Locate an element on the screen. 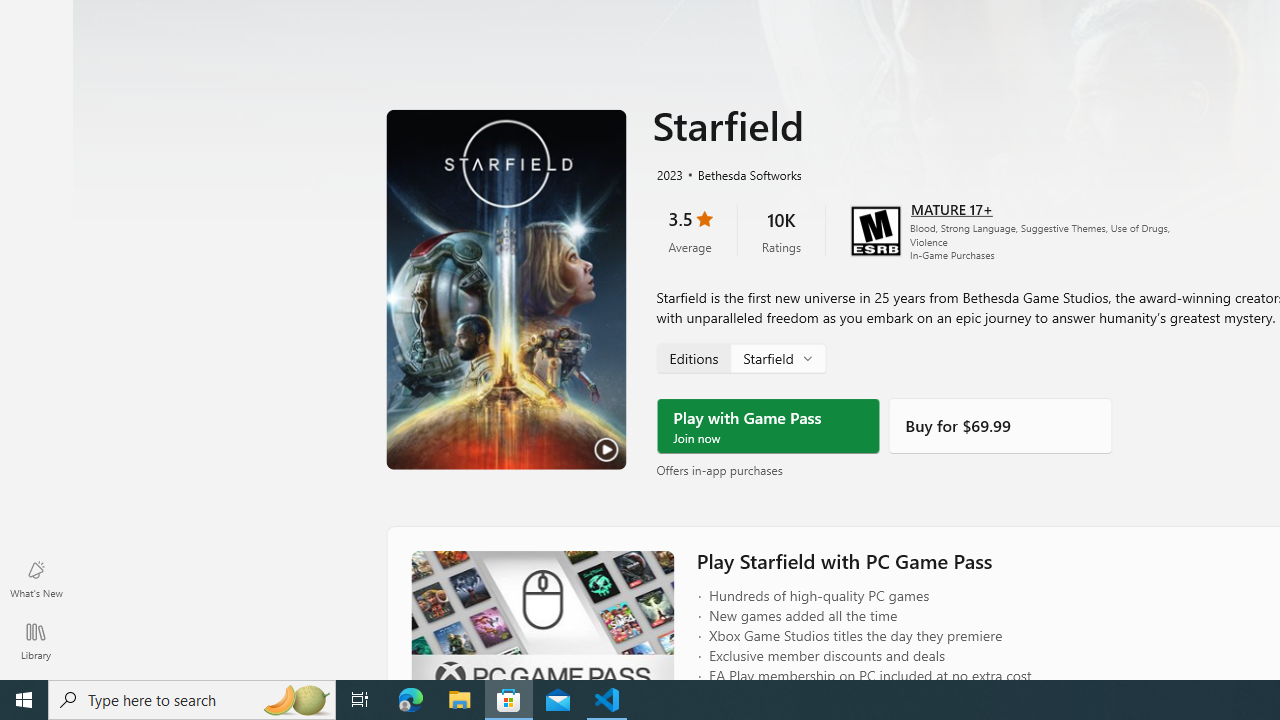  'What' is located at coordinates (35, 578).